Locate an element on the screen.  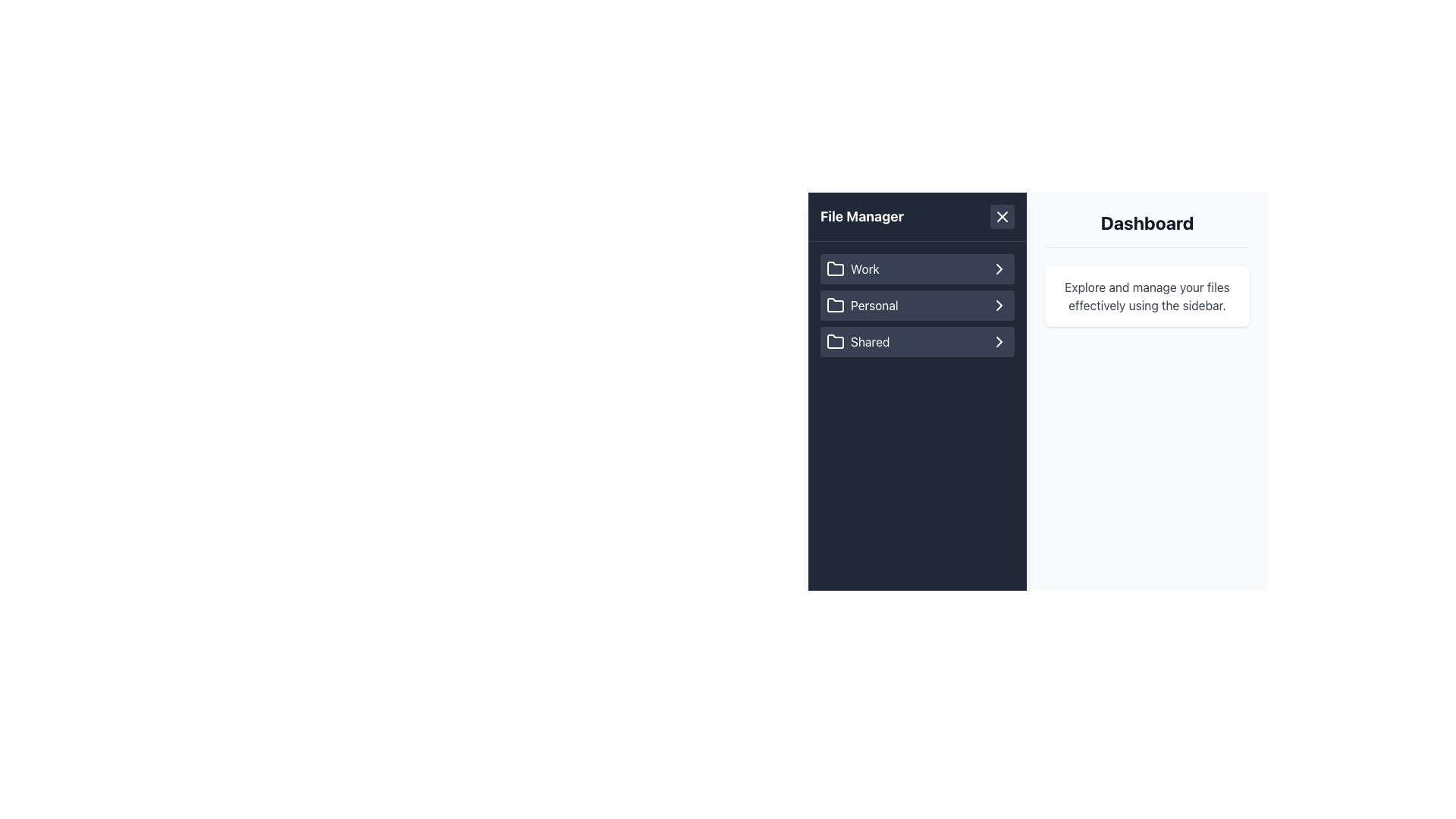
the prominently styled 'Dashboard' heading text, which is bold and dark gray on a white background is located at coordinates (1147, 222).